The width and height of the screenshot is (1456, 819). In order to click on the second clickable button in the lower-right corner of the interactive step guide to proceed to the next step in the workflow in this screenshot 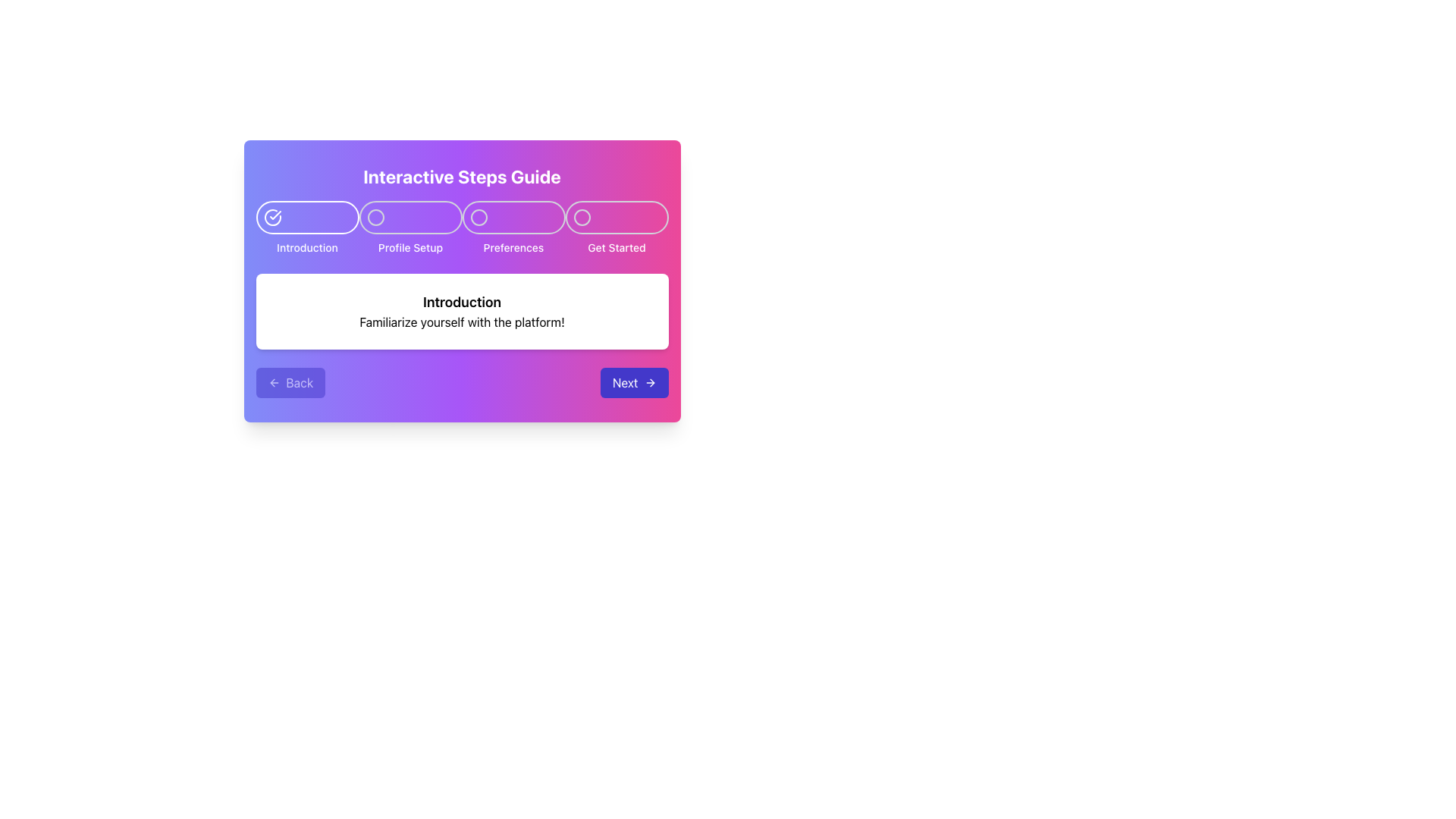, I will do `click(634, 382)`.